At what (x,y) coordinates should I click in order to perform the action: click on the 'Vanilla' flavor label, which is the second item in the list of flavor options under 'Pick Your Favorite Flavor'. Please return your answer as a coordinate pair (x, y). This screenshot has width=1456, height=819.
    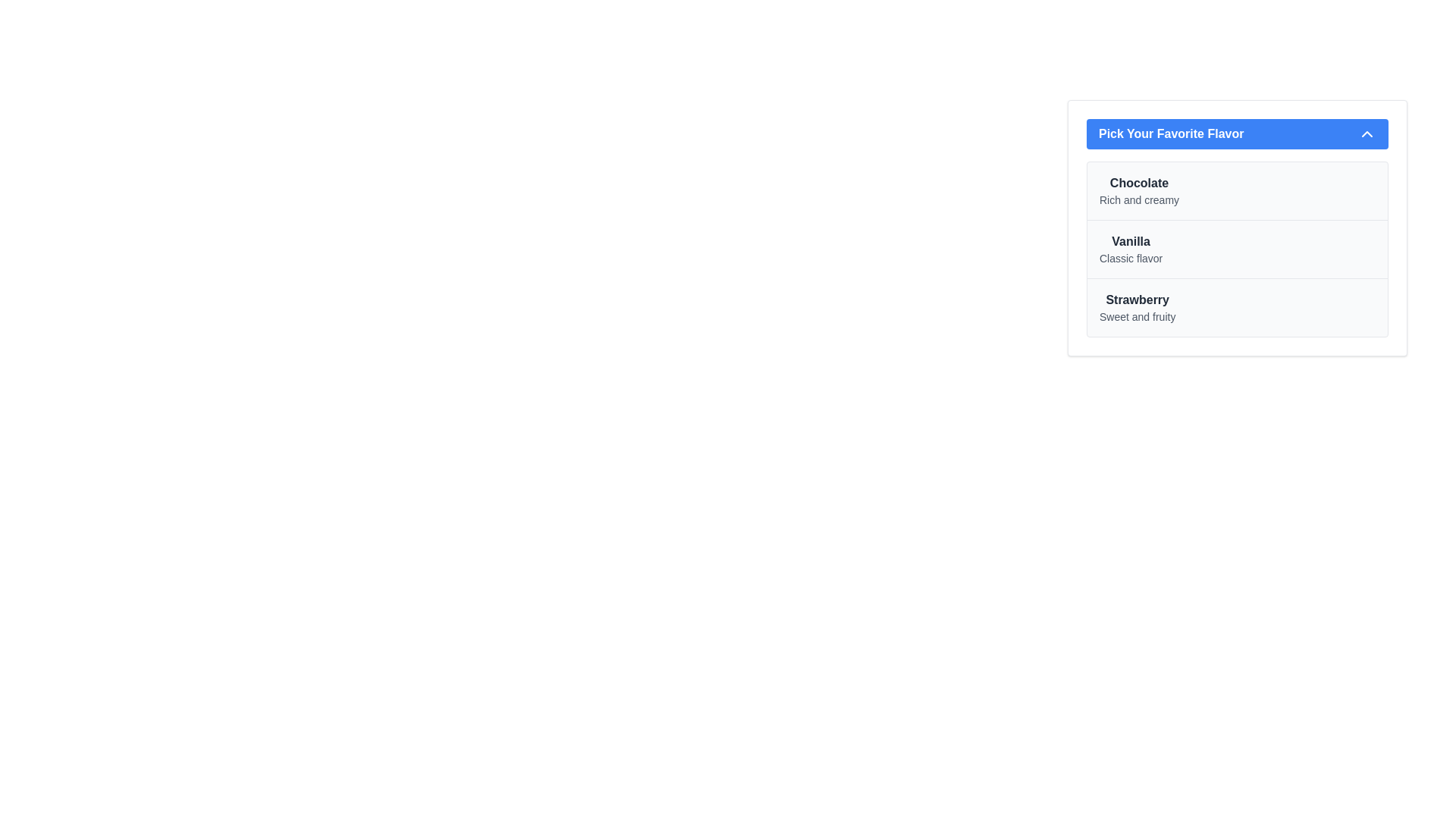
    Looking at the image, I should click on (1131, 241).